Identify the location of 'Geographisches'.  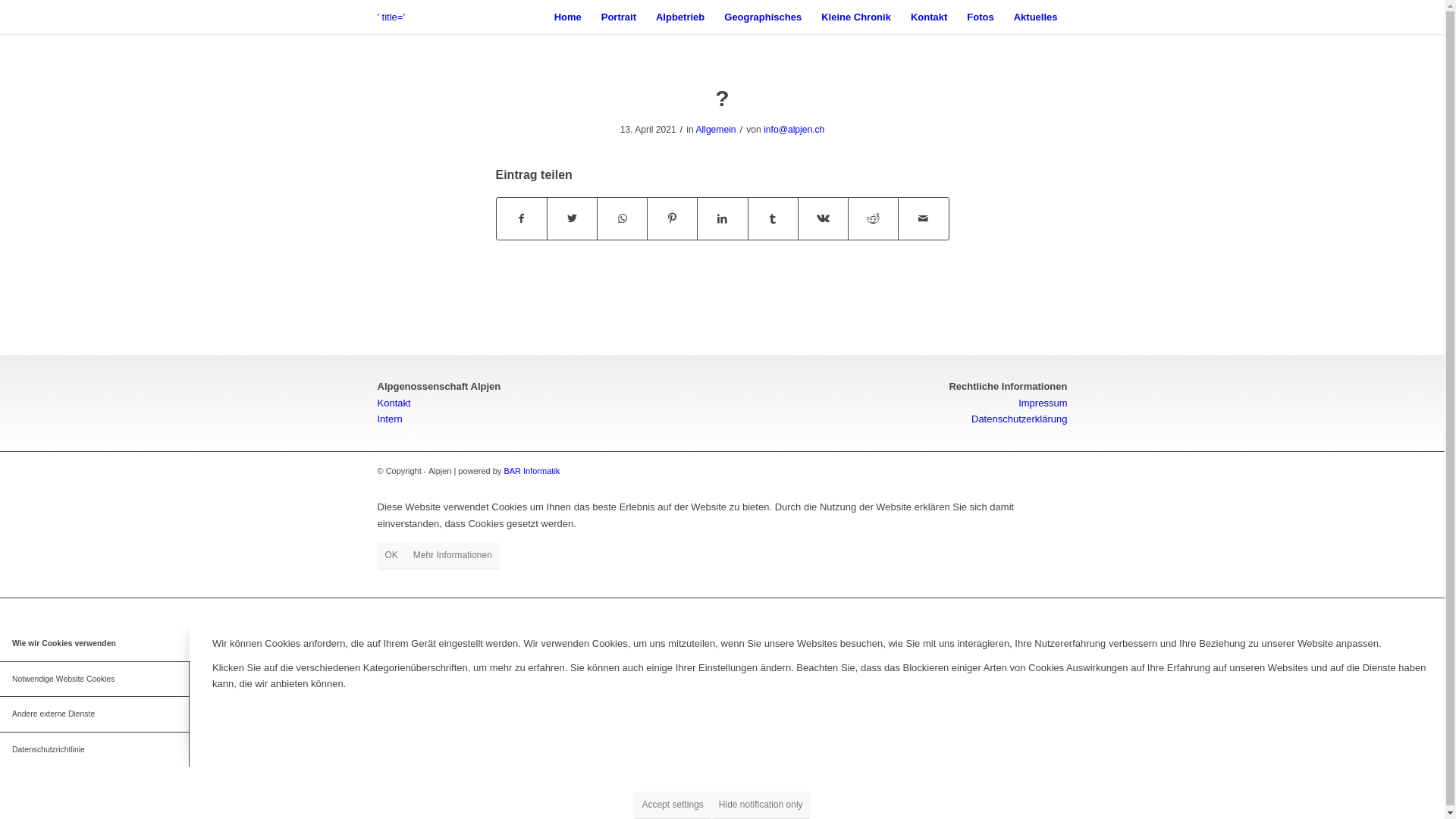
(713, 17).